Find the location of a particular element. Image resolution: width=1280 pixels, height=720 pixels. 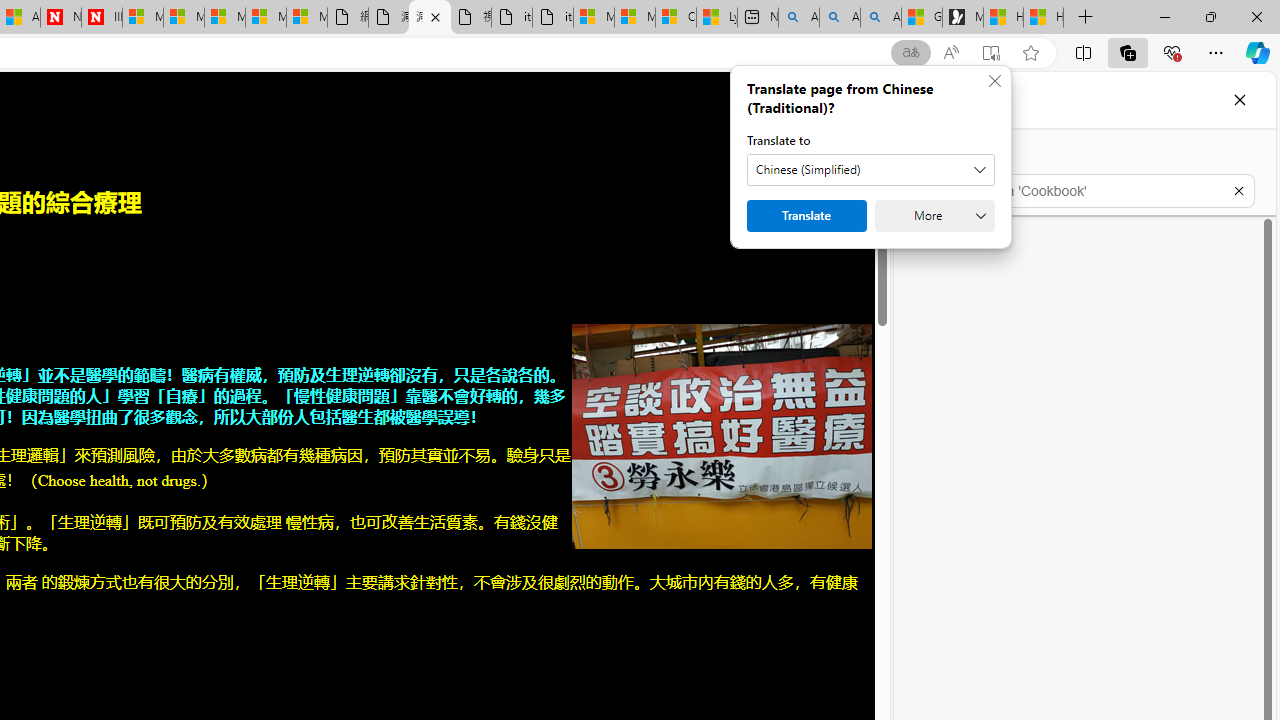

'Illness news & latest pictures from Newsweek.com' is located at coordinates (100, 17).